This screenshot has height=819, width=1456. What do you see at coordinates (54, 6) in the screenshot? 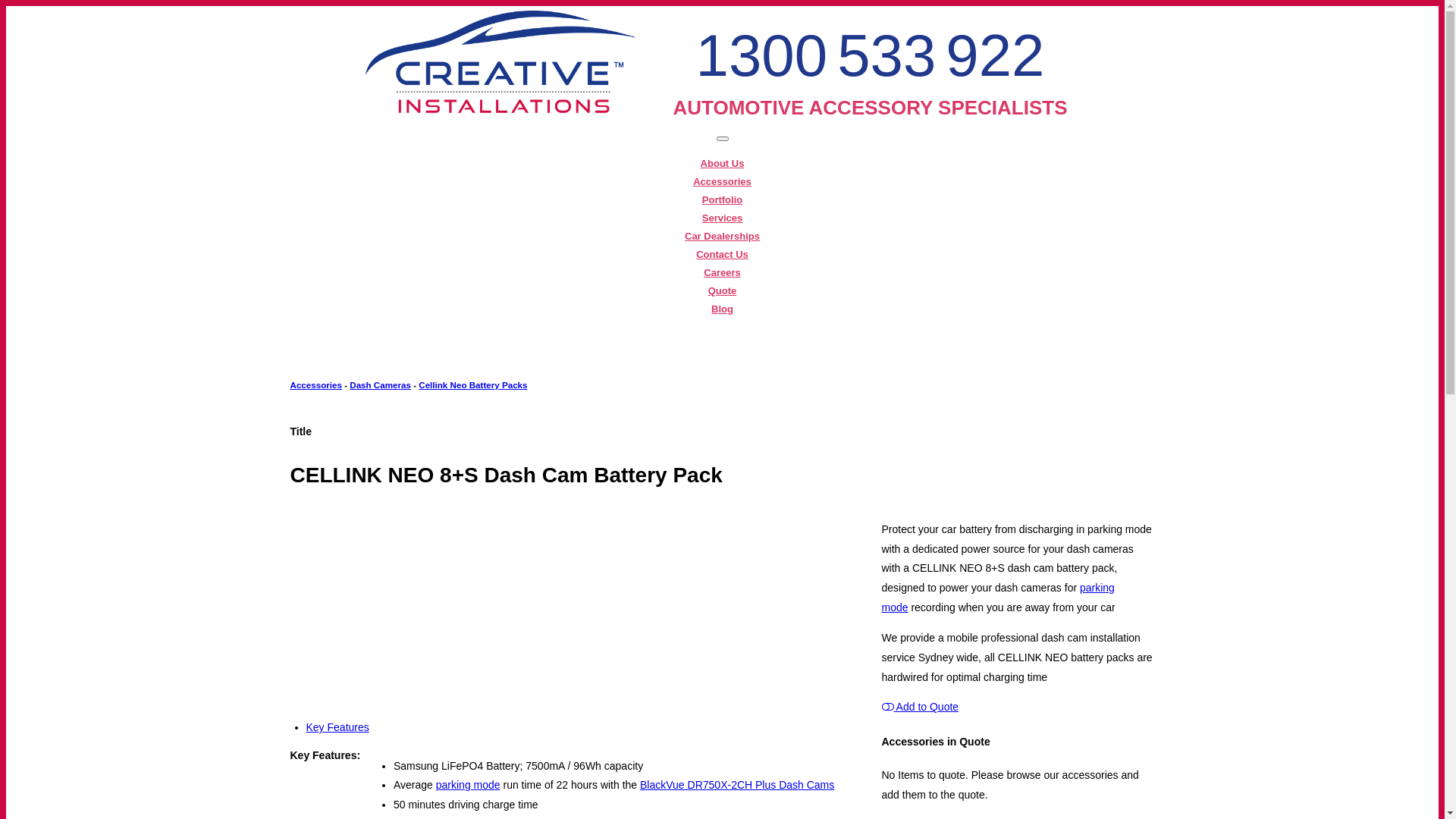
I see `'Skip to main content'` at bounding box center [54, 6].